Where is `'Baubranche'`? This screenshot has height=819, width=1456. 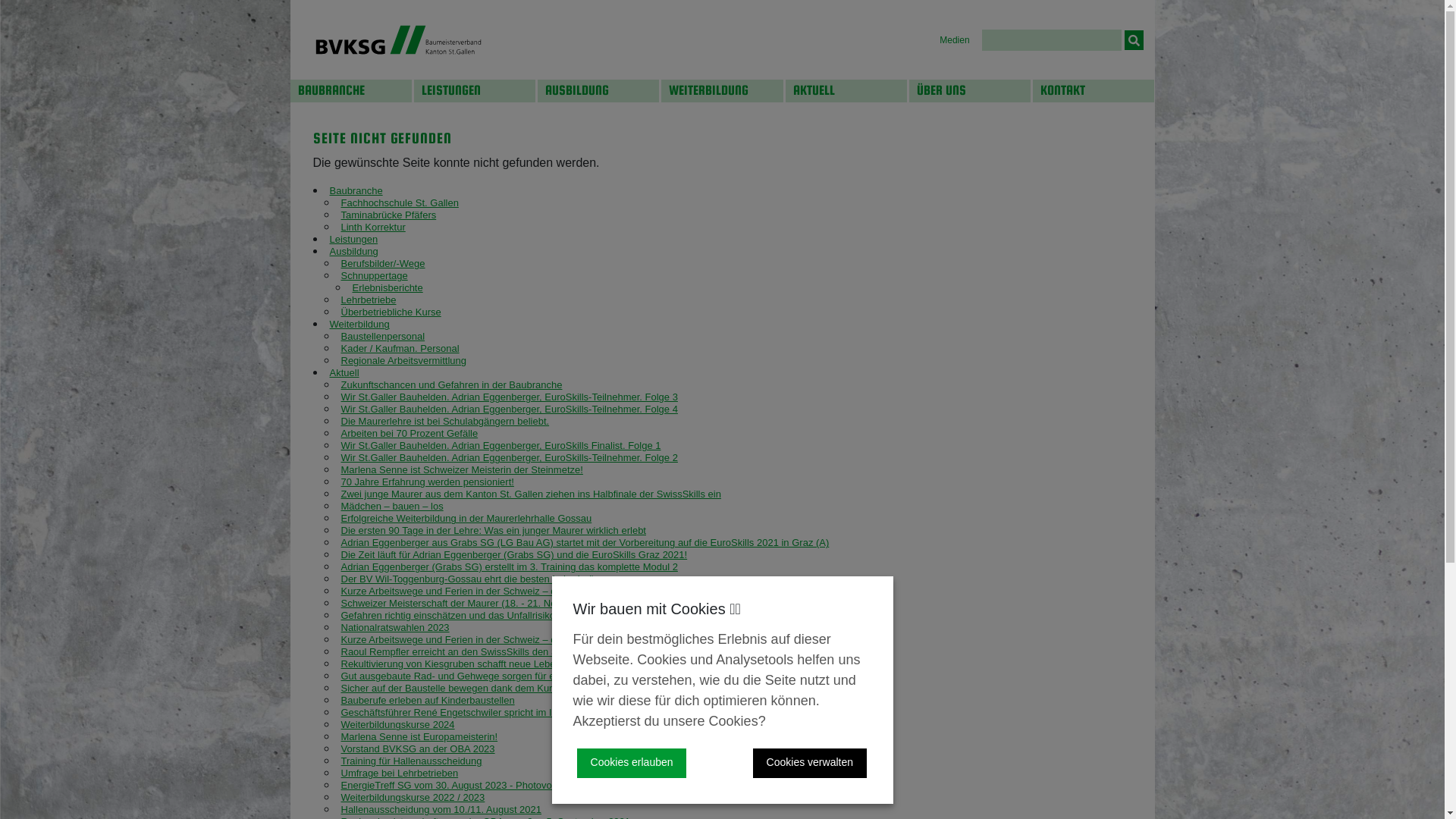
'Baubranche' is located at coordinates (355, 190).